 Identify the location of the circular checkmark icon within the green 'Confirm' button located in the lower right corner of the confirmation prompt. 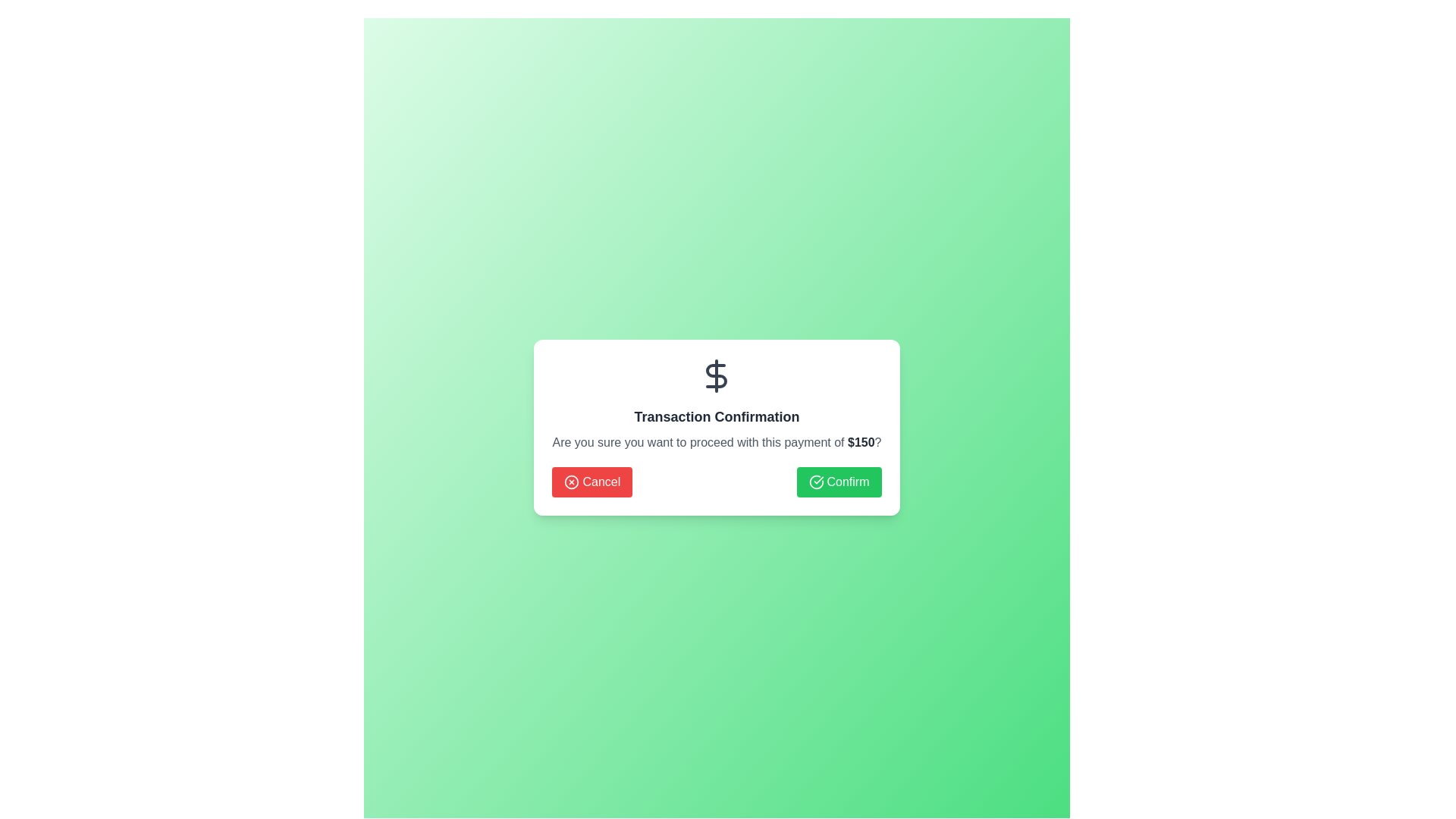
(815, 482).